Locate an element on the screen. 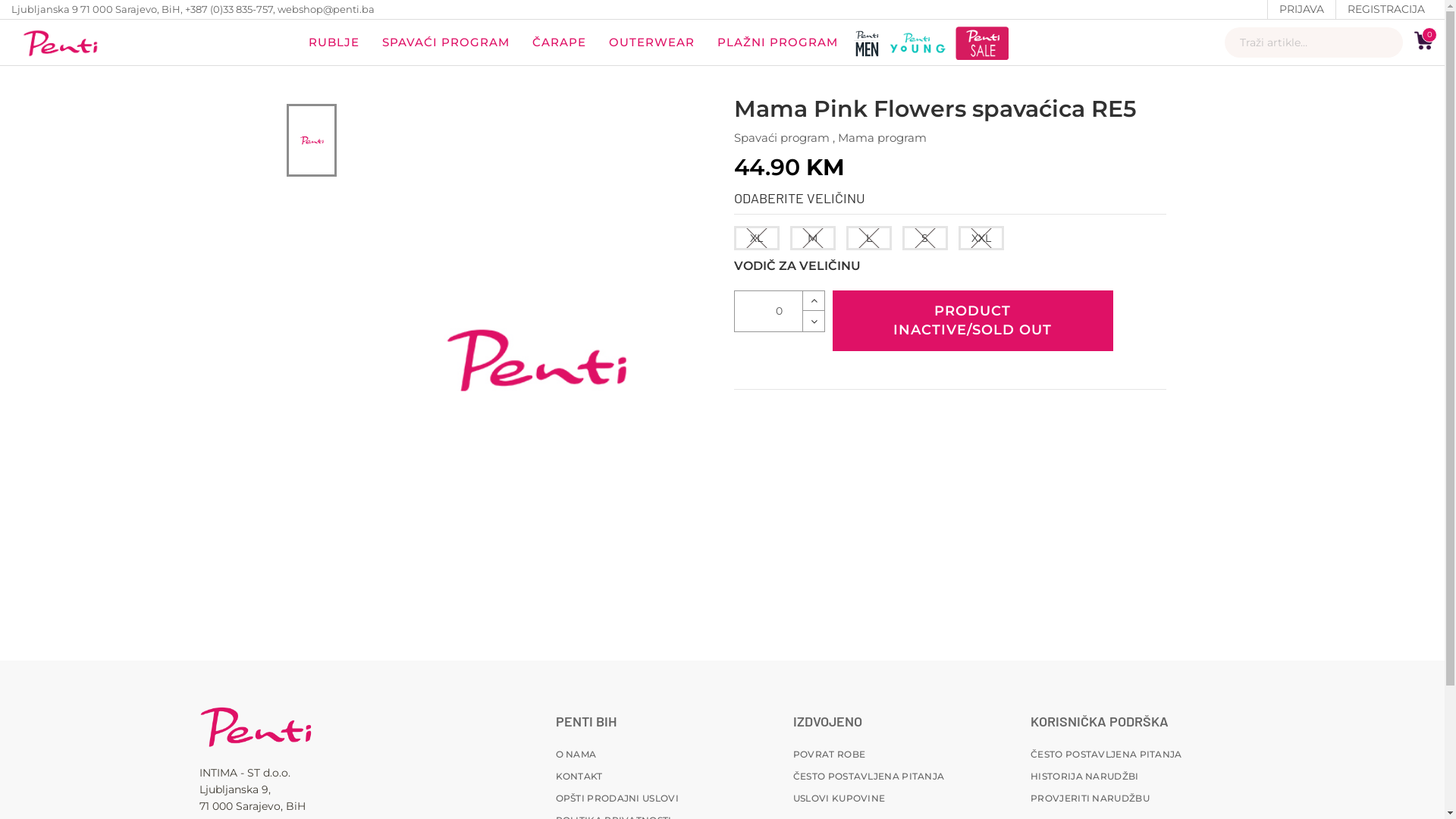  'penti men' is located at coordinates (844, 42).